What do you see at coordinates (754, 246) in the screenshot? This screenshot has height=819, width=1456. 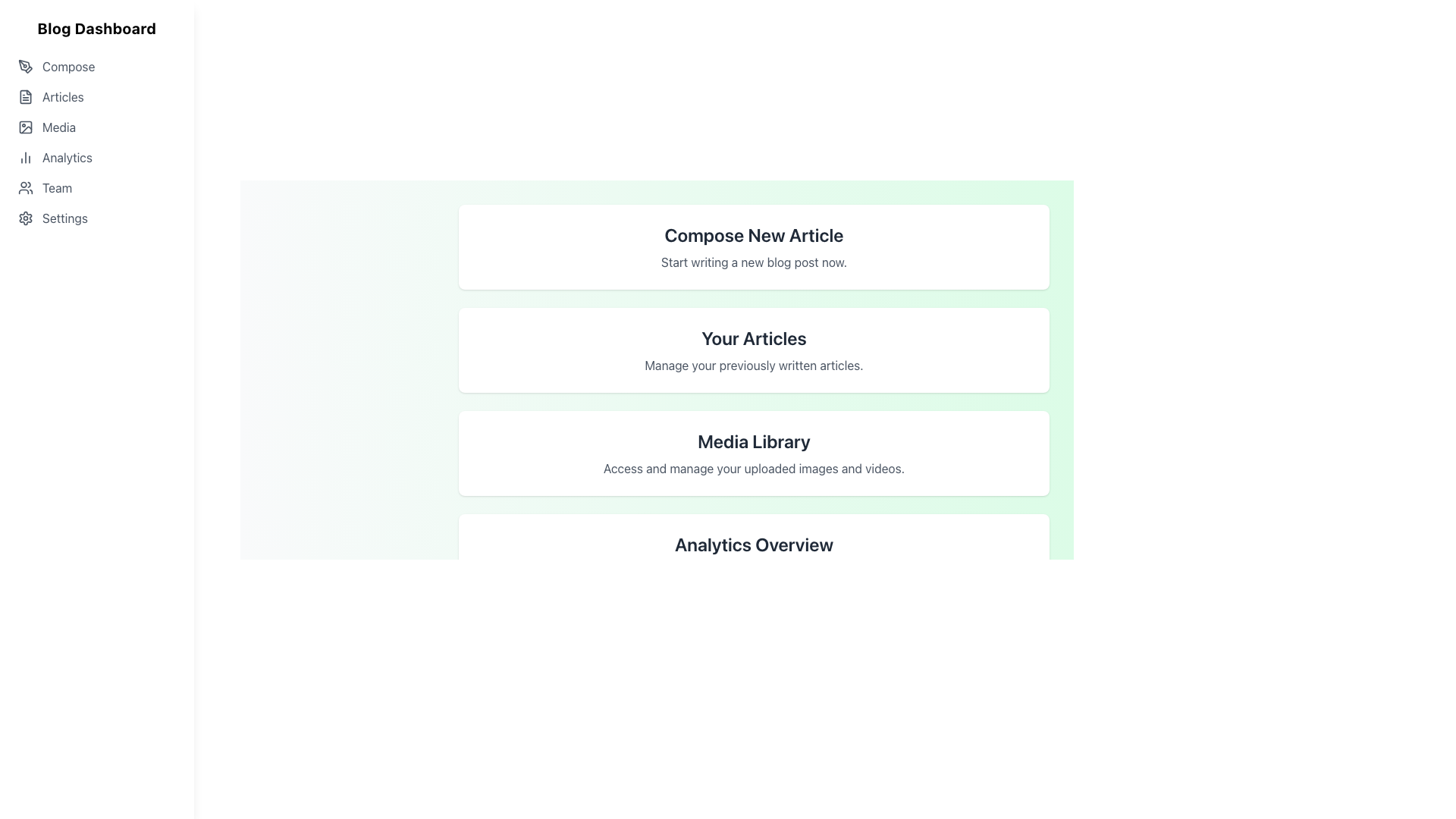 I see `the Card element that initiates the creation of a new blog post, located at the top of the list above 'Your Articles'` at bounding box center [754, 246].